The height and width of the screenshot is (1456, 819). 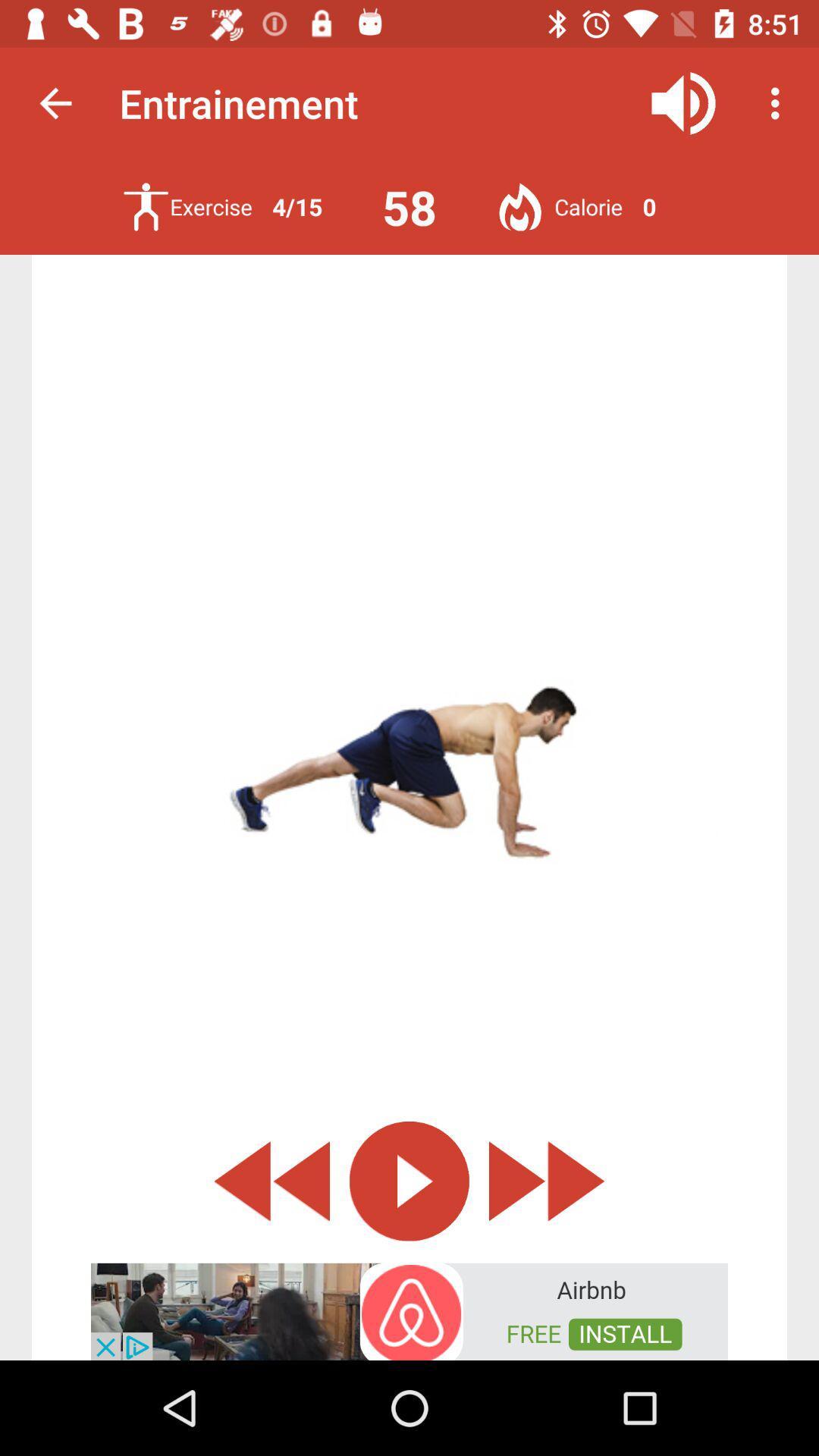 What do you see at coordinates (146, 206) in the screenshot?
I see `do exercise` at bounding box center [146, 206].